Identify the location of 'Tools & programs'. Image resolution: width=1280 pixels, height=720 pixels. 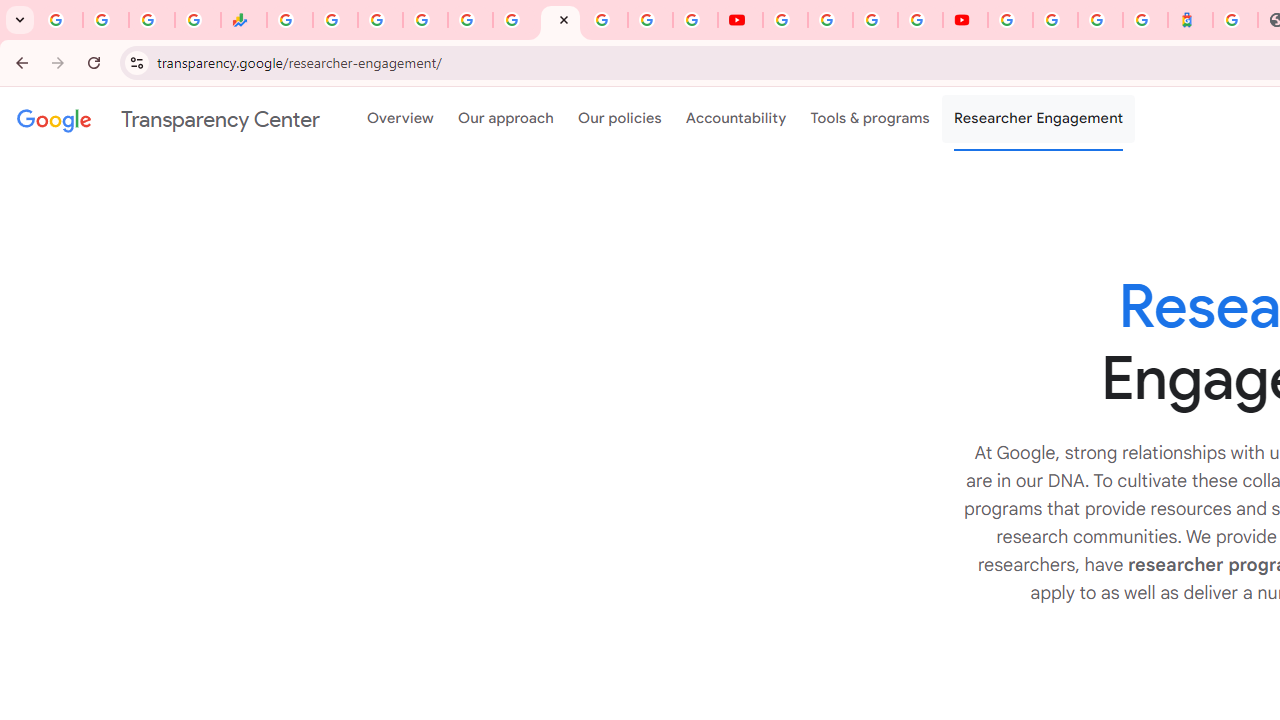
(869, 119).